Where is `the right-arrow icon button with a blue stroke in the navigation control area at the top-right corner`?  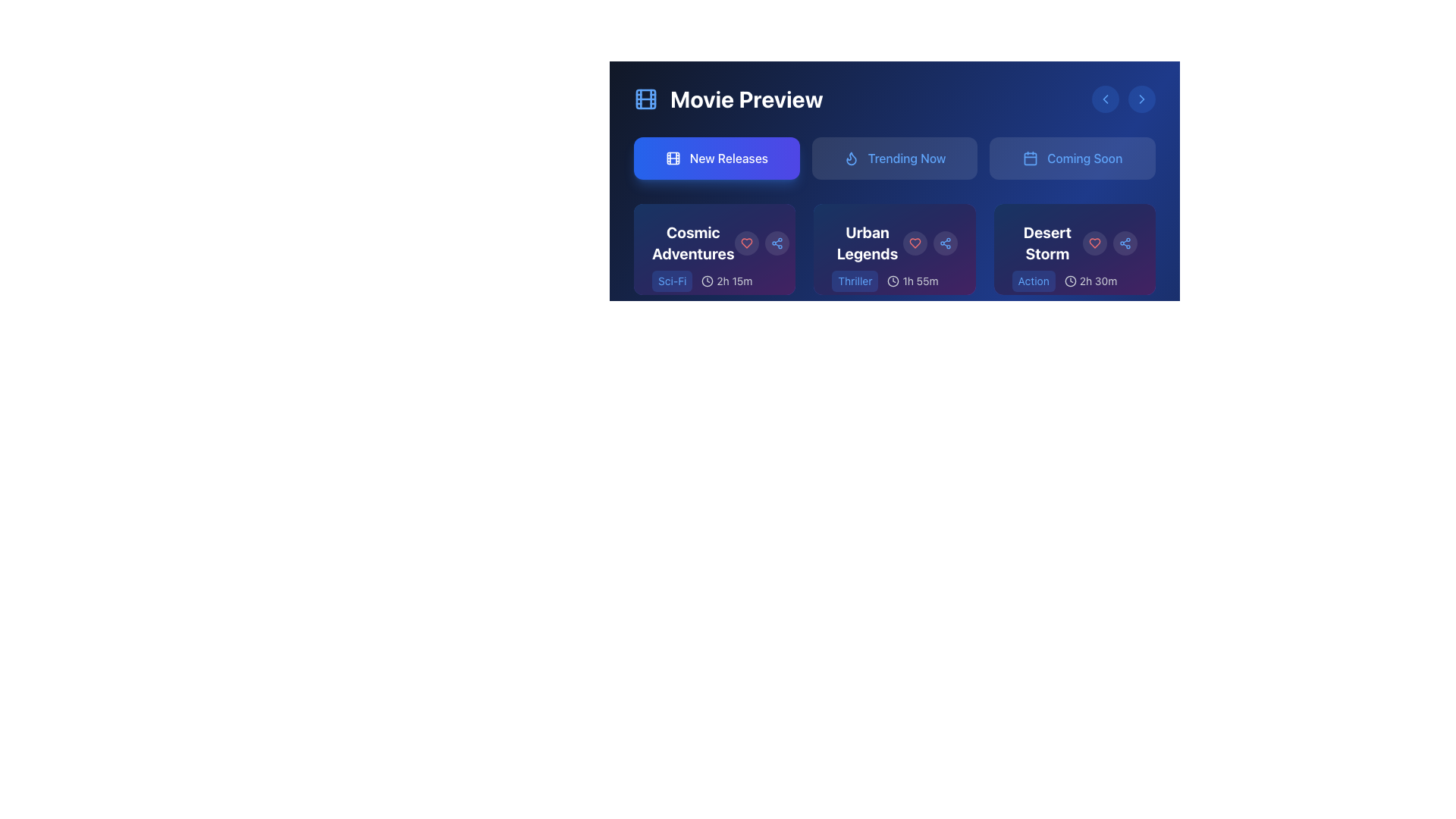 the right-arrow icon button with a blue stroke in the navigation control area at the top-right corner is located at coordinates (1142, 99).